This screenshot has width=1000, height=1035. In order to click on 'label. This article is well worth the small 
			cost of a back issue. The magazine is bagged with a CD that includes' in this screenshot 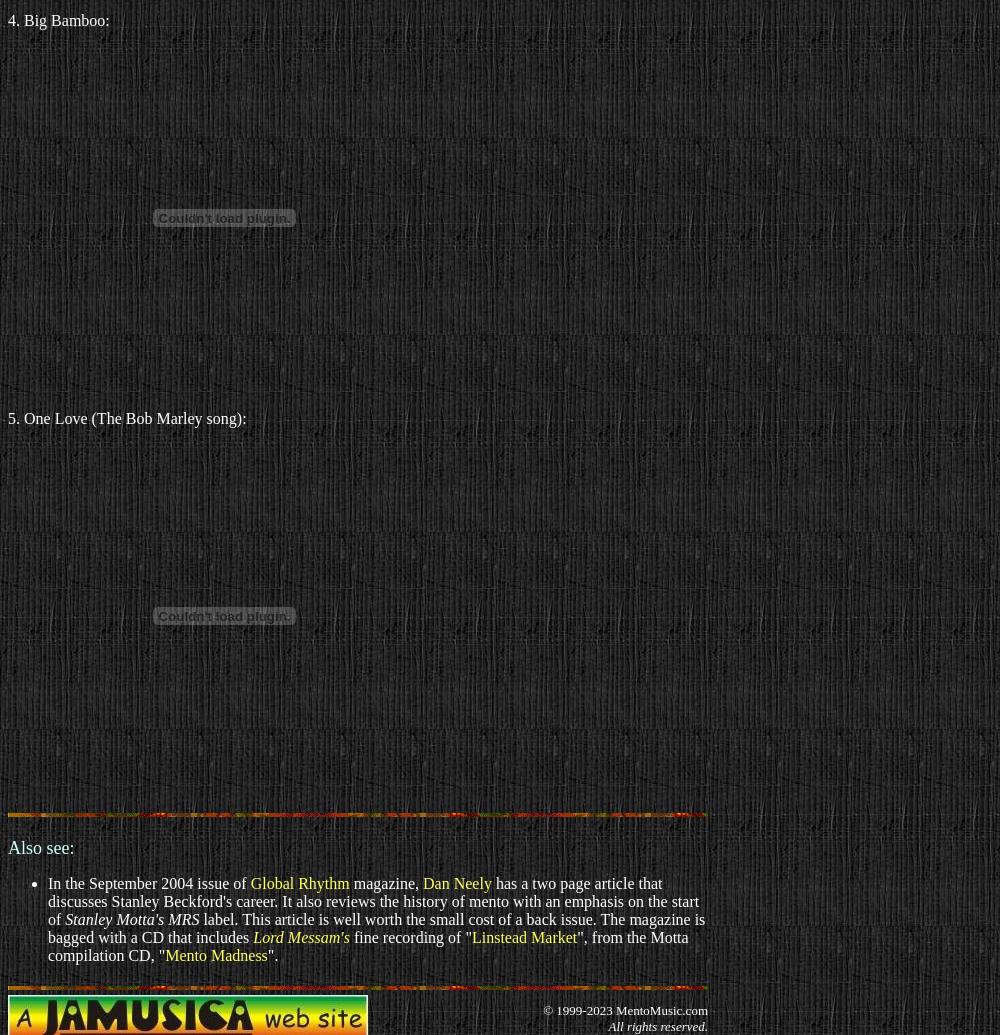, I will do `click(376, 927)`.